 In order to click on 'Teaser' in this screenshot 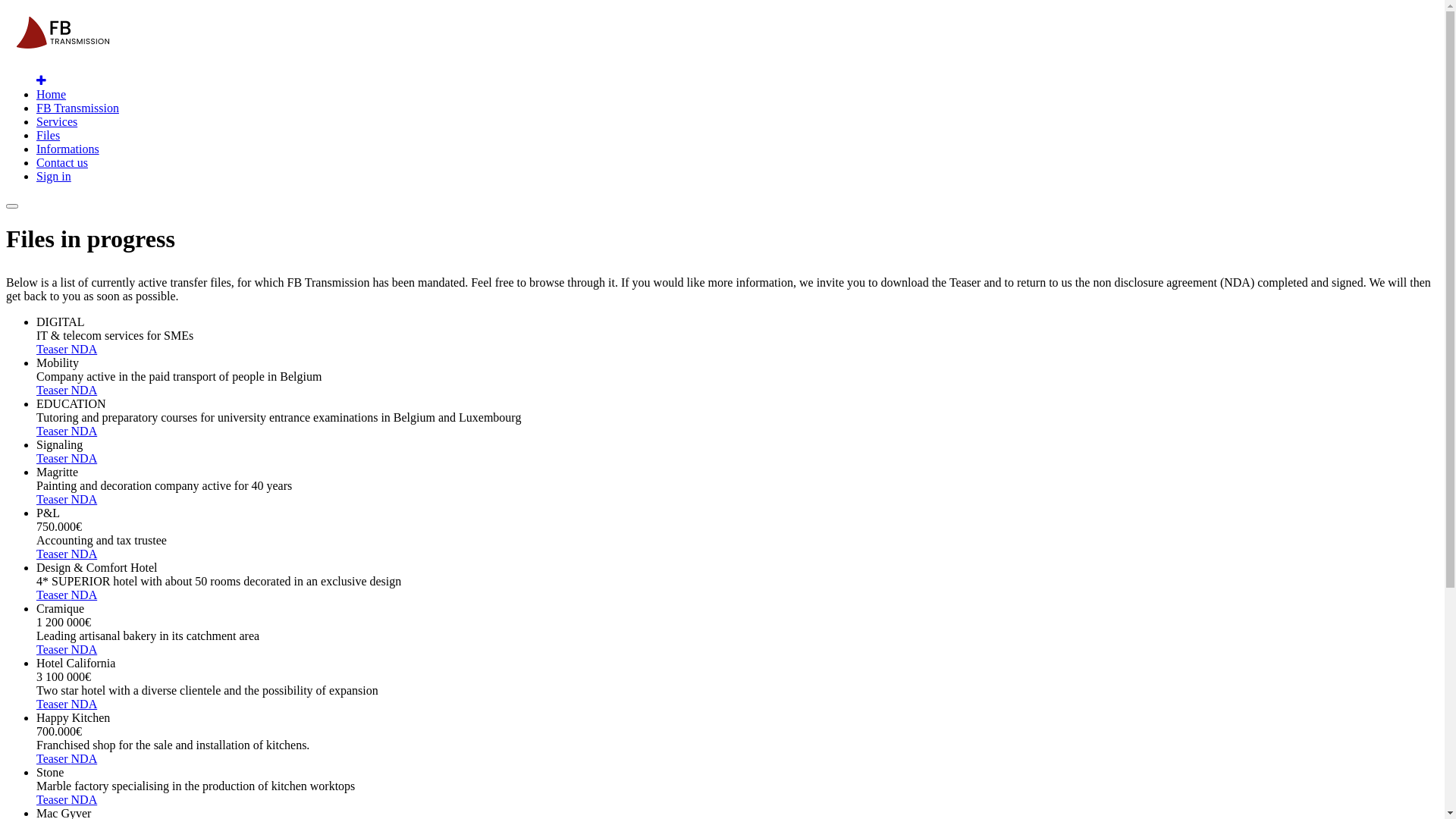, I will do `click(54, 554)`.